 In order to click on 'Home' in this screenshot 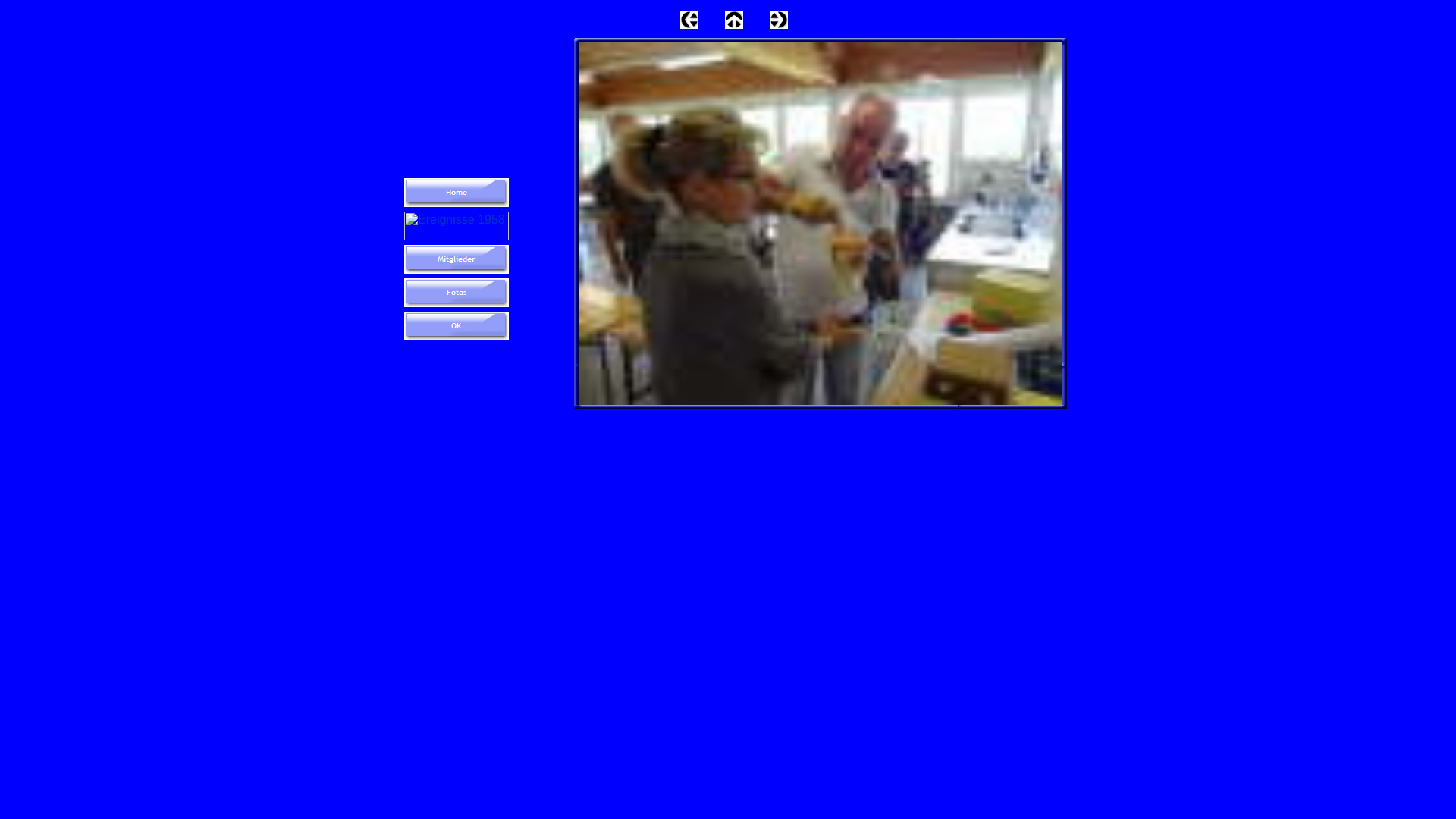, I will do `click(455, 192)`.